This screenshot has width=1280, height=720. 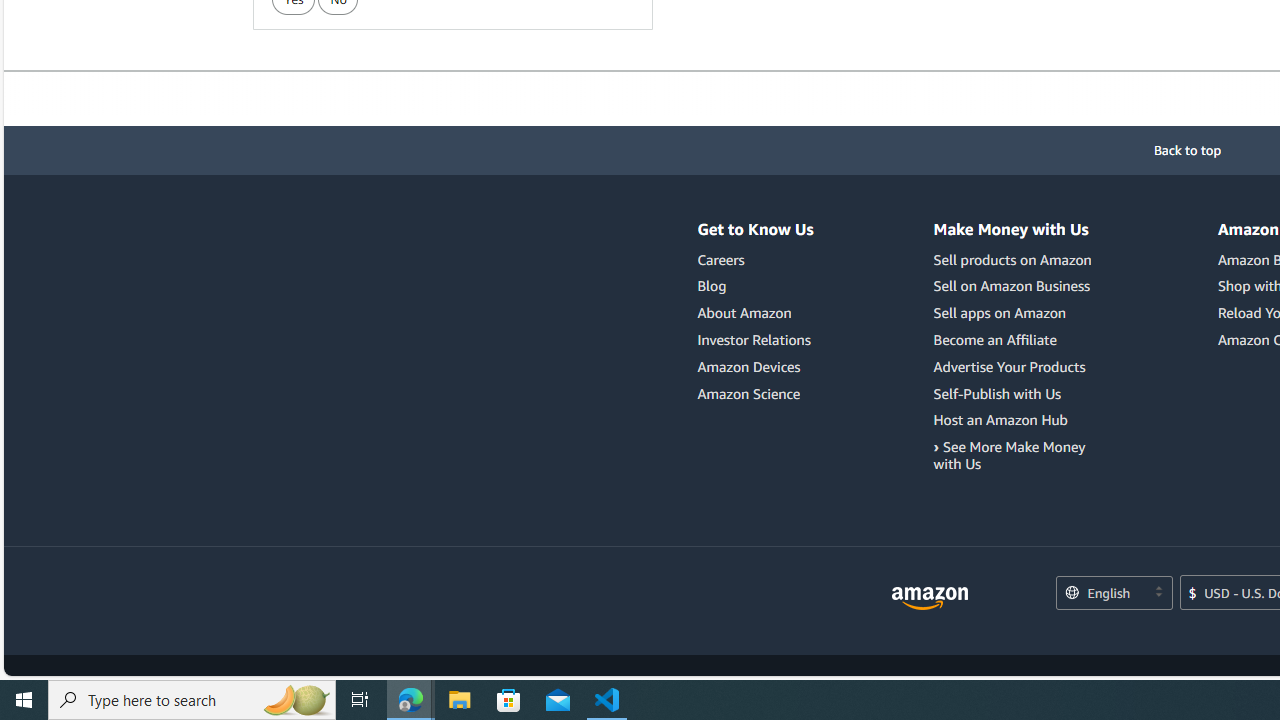 What do you see at coordinates (1009, 366) in the screenshot?
I see `'Advertise Your Products'` at bounding box center [1009, 366].